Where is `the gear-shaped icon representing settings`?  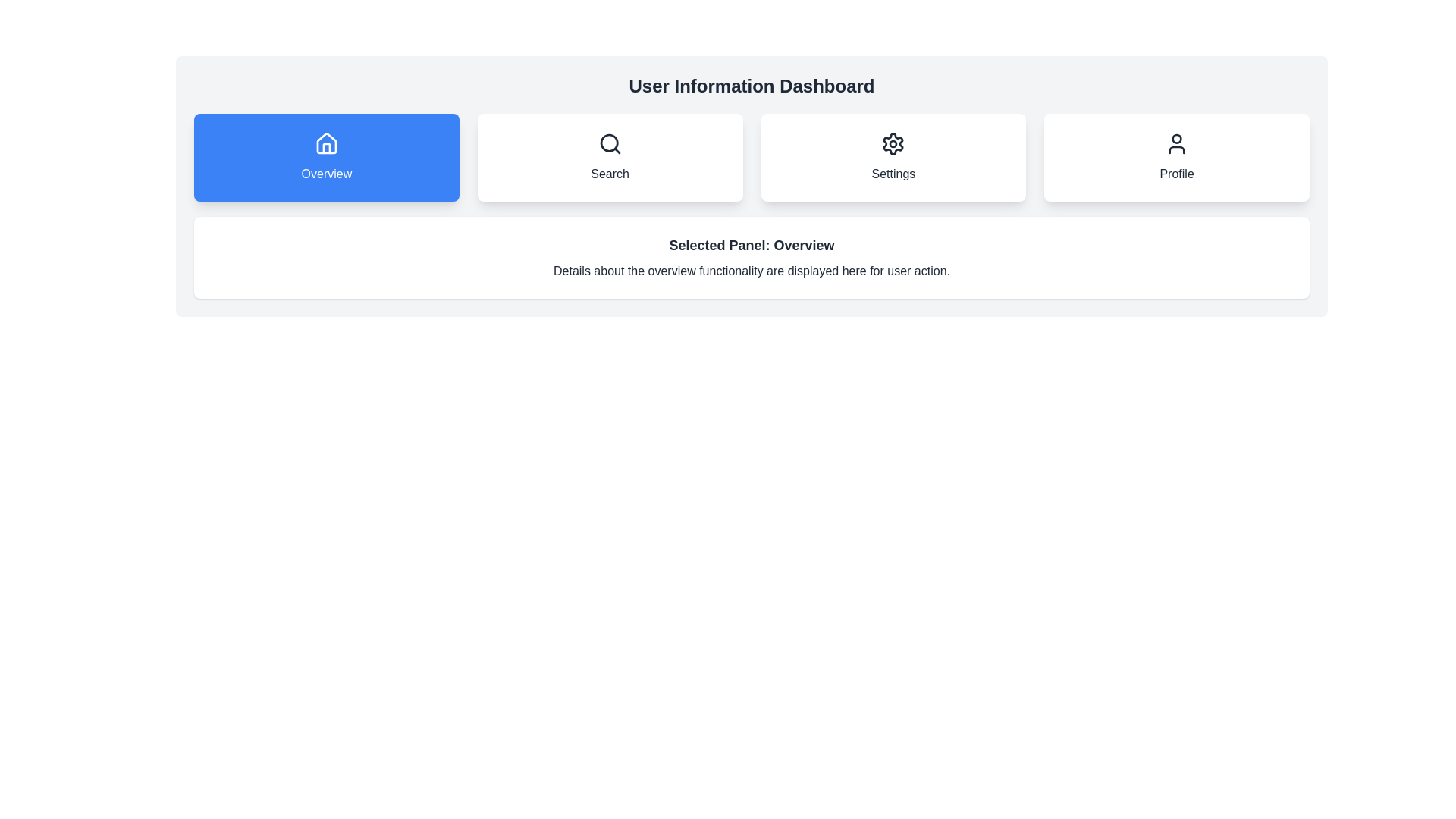 the gear-shaped icon representing settings is located at coordinates (893, 143).